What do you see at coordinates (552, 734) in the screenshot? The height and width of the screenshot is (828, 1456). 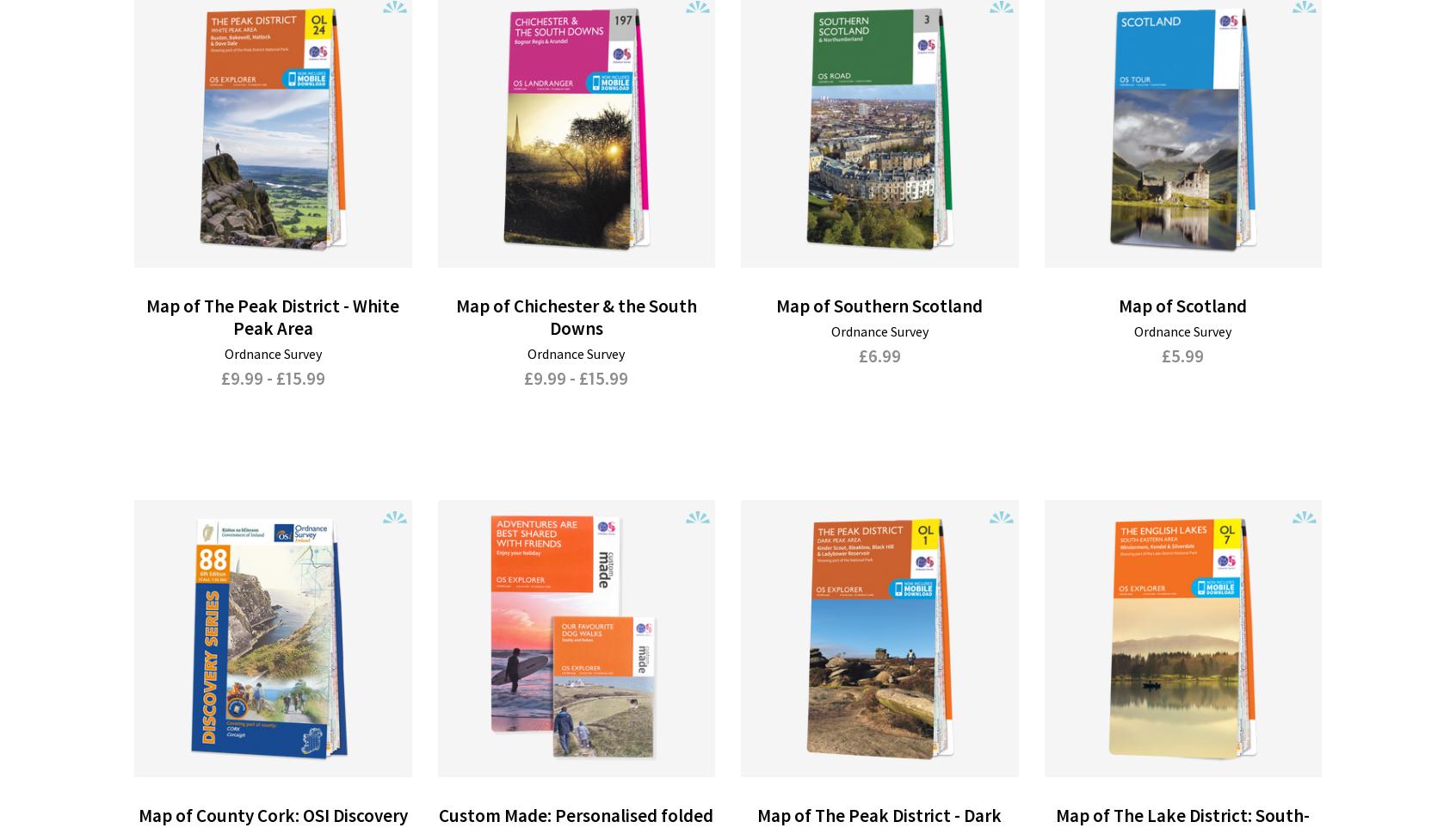 I see `'Product help and FAQs'` at bounding box center [552, 734].